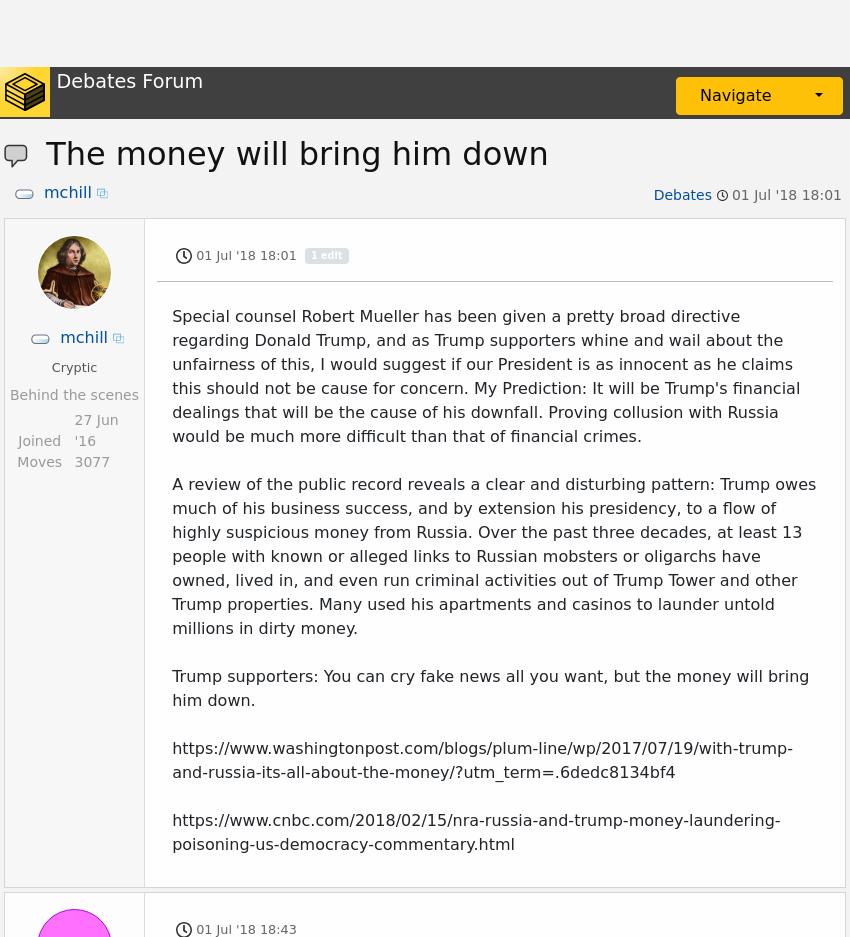  What do you see at coordinates (195, 93) in the screenshot?
I see `'02 Jul '18   17:31'` at bounding box center [195, 93].